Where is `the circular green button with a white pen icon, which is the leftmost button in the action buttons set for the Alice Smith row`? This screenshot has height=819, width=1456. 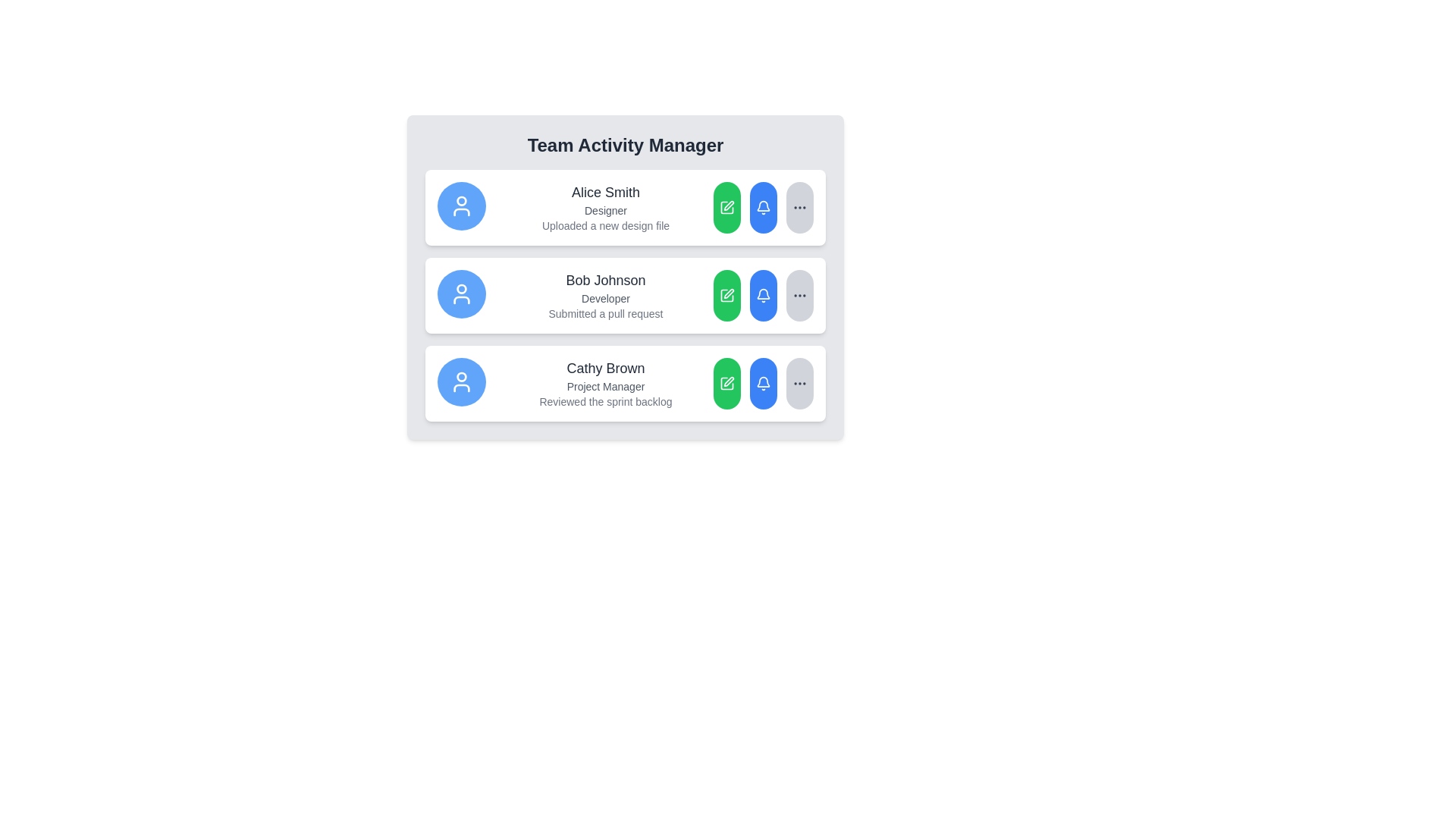 the circular green button with a white pen icon, which is the leftmost button in the action buttons set for the Alice Smith row is located at coordinates (726, 207).